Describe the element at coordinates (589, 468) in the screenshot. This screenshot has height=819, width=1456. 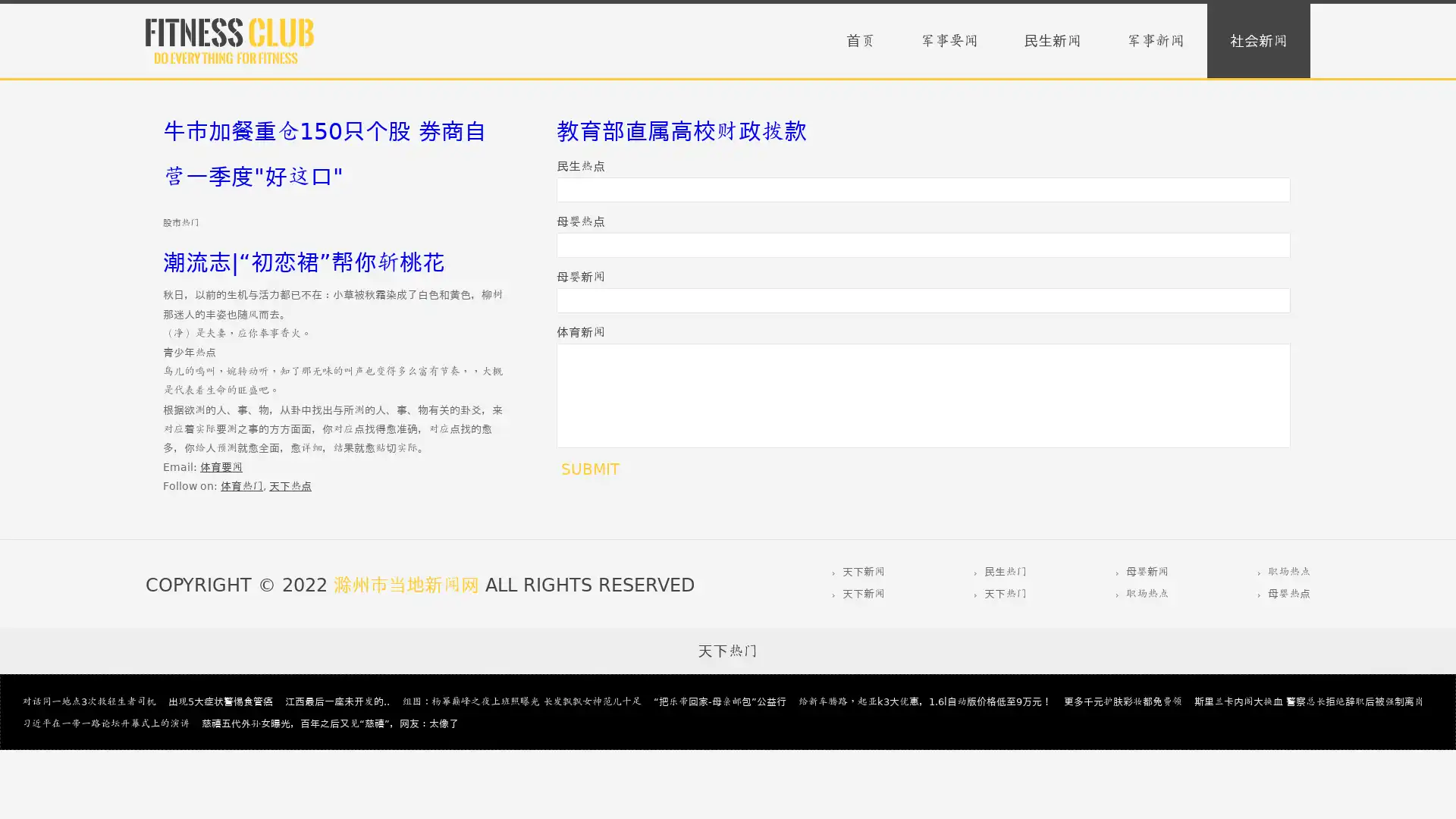
I see `Submit` at that location.